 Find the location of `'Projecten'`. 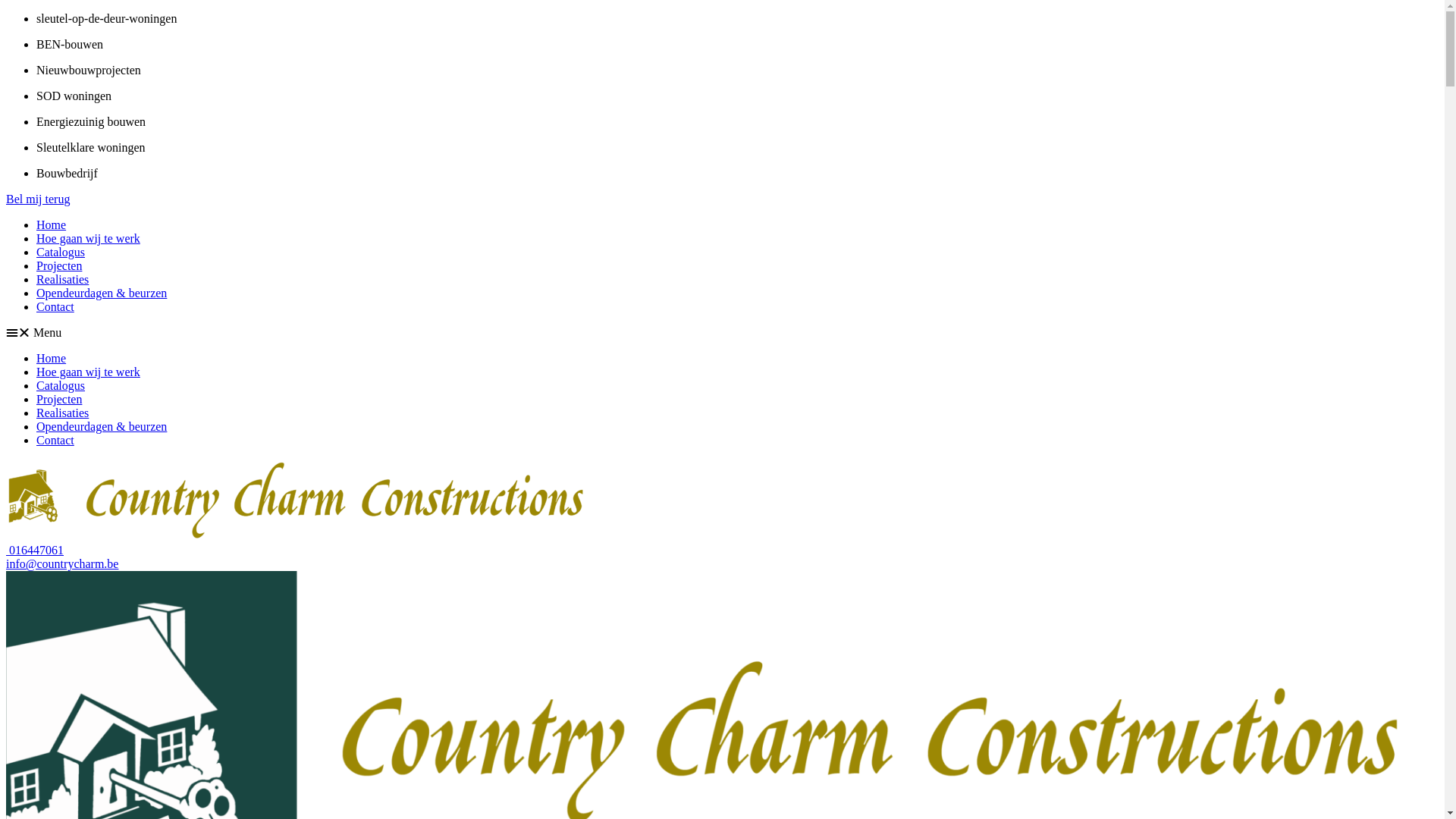

'Projecten' is located at coordinates (58, 265).